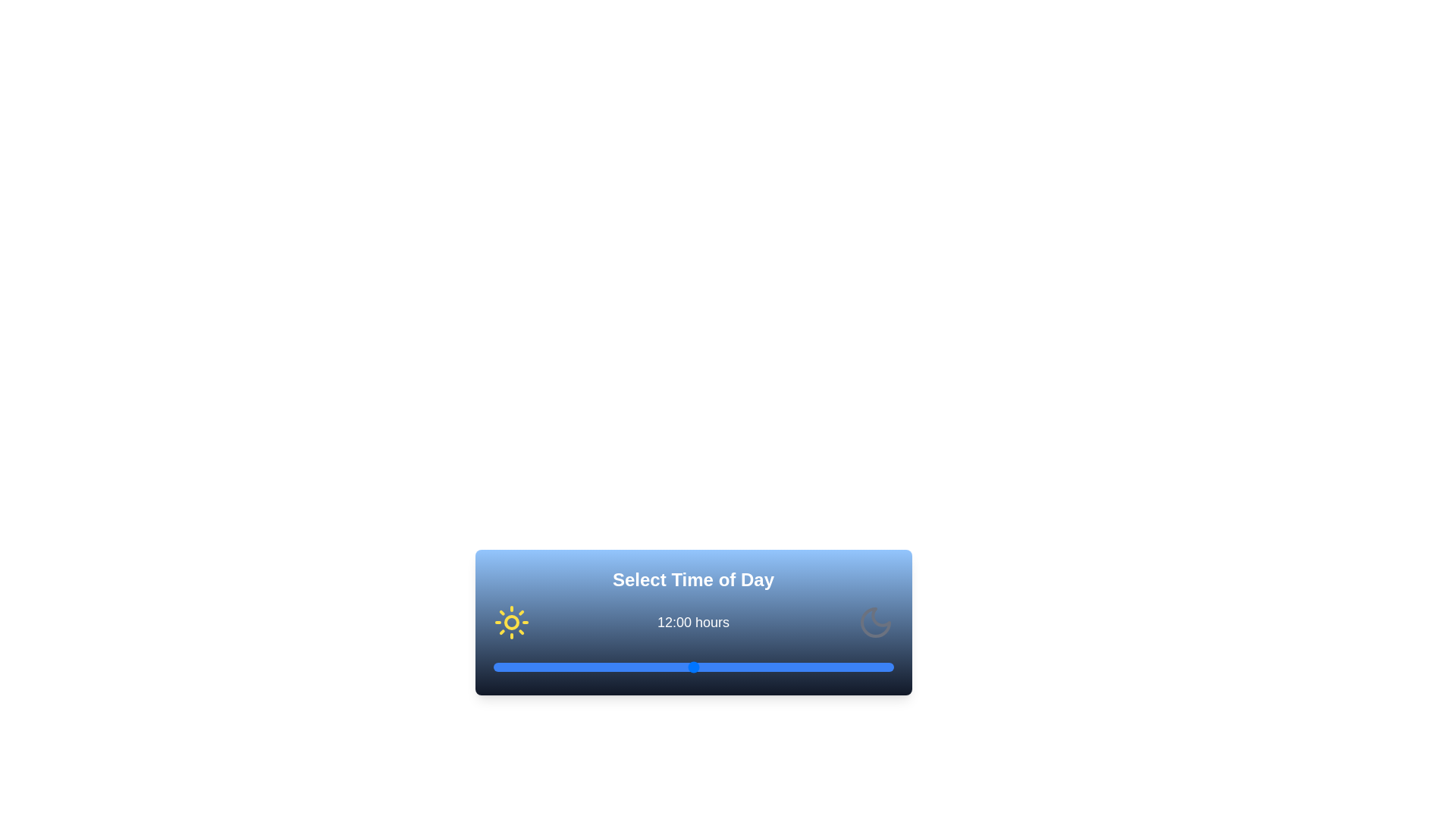 The image size is (1456, 819). Describe the element at coordinates (559, 666) in the screenshot. I see `the time to 4 hours using the slider` at that location.